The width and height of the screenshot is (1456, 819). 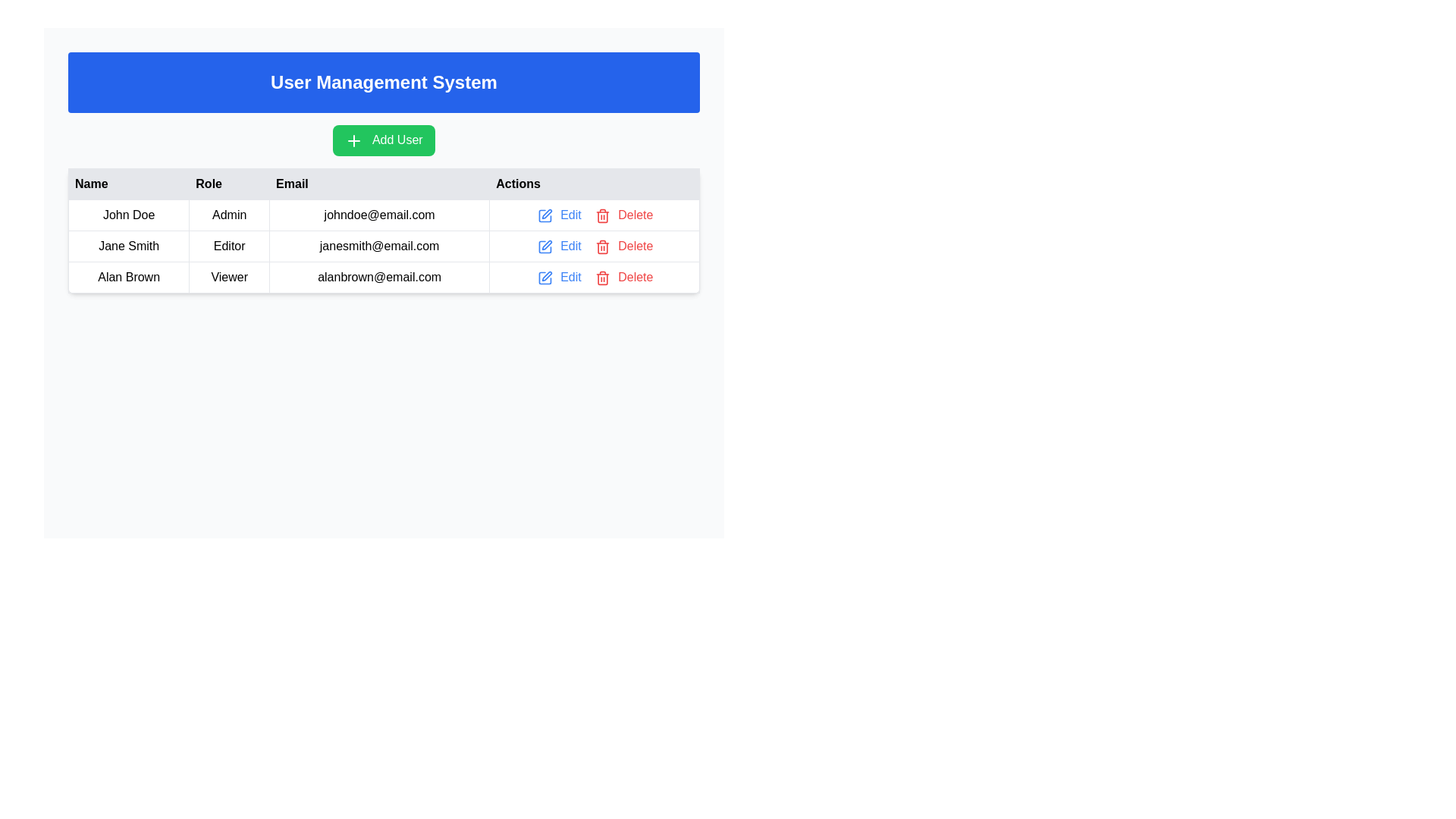 I want to click on the delete button with icon and text in the Actions column of the table row for the user with the email 'janesmith@email.com', so click(x=623, y=245).